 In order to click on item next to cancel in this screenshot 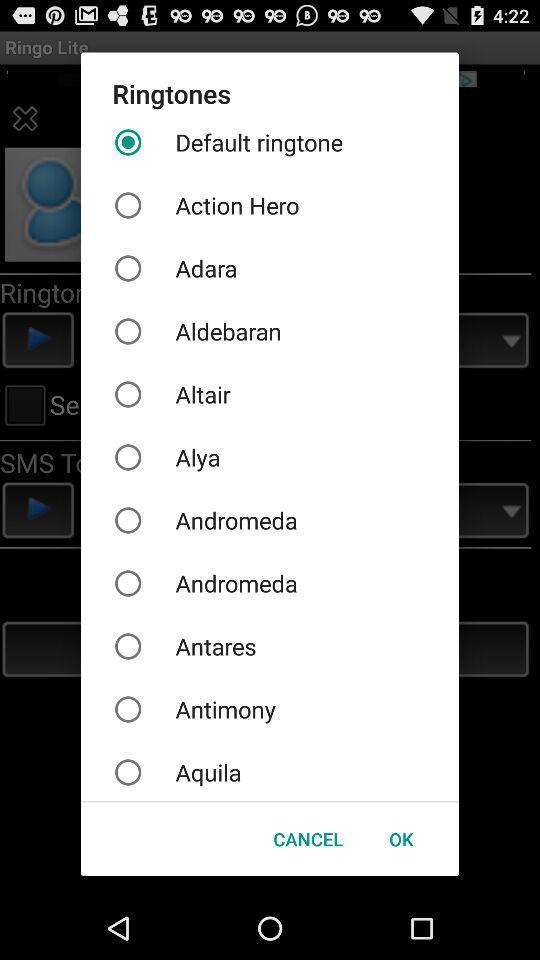, I will do `click(401, 839)`.